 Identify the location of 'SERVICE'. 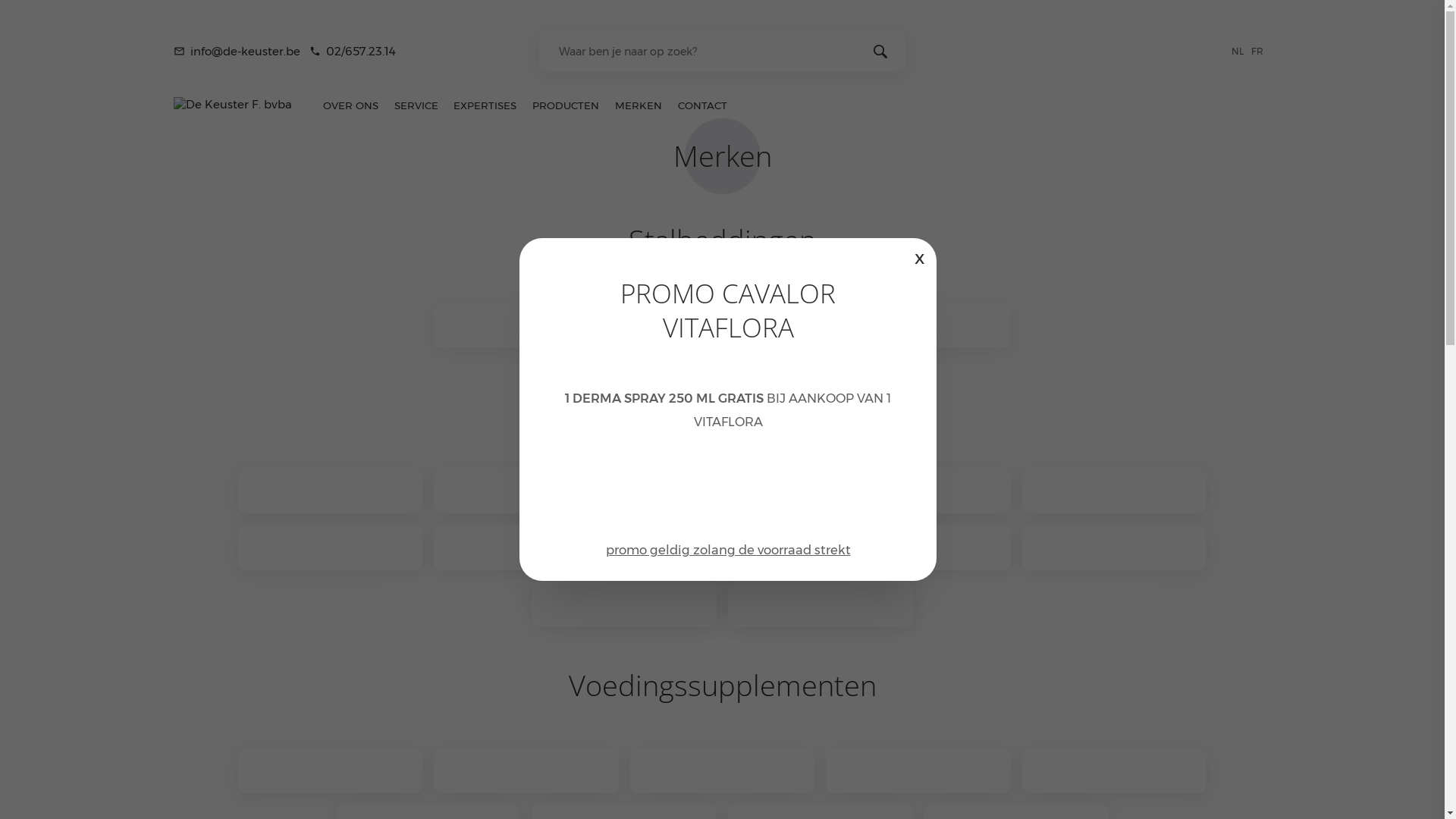
(416, 104).